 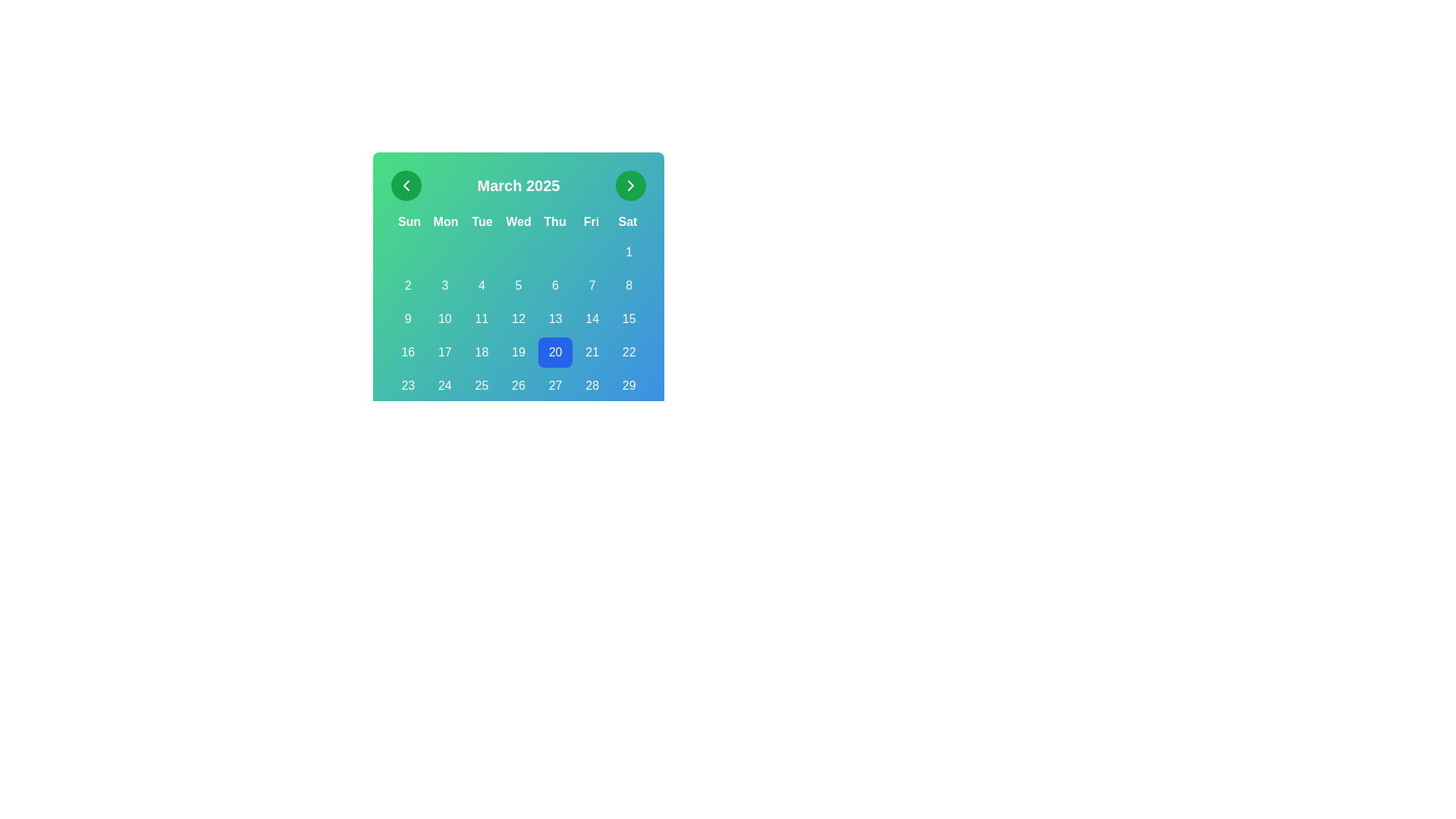 I want to click on the 'Monday' text label in the calendar's weekday header, so click(x=445, y=222).